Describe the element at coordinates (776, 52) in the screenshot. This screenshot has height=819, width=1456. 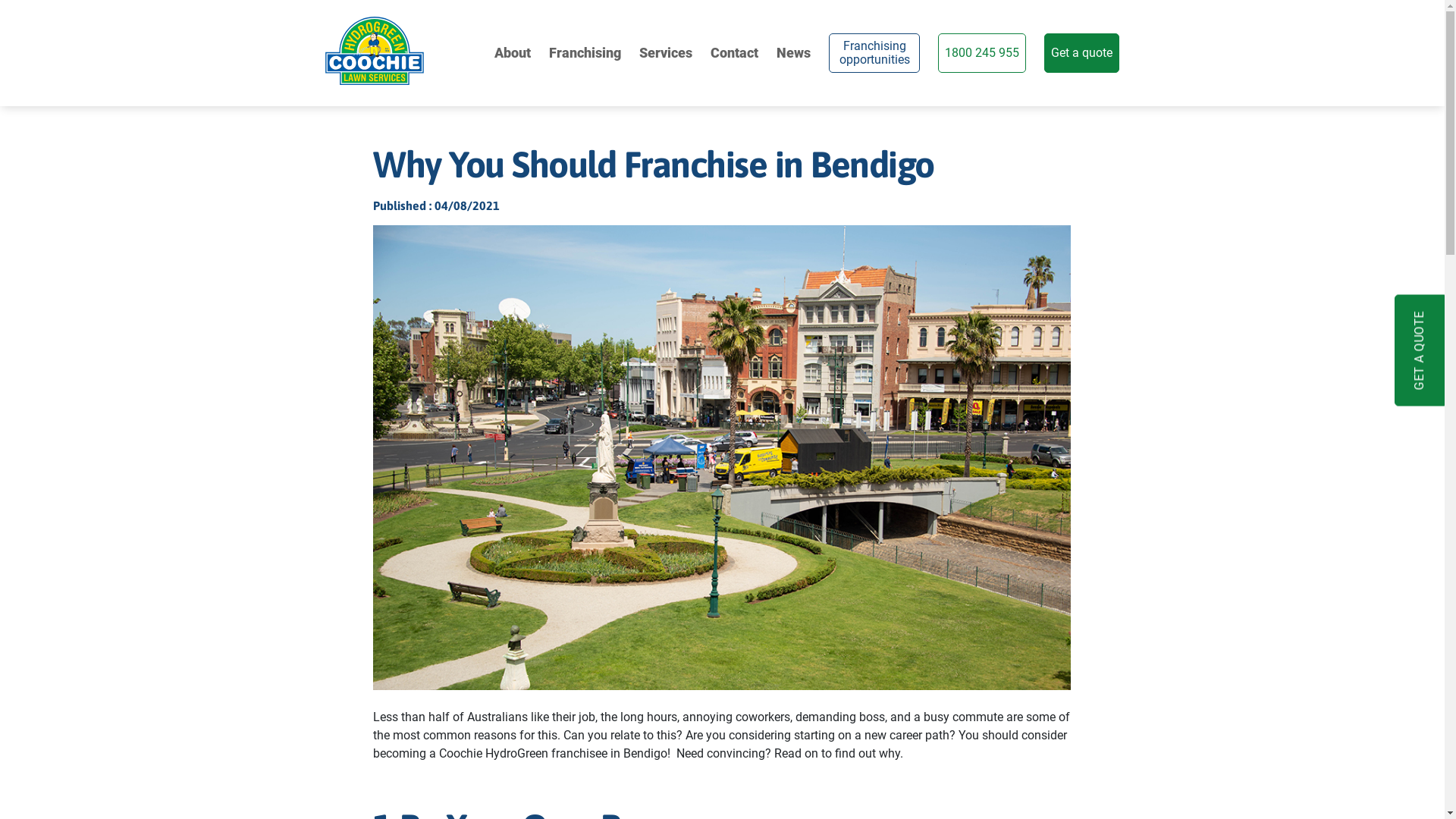
I see `'News'` at that location.